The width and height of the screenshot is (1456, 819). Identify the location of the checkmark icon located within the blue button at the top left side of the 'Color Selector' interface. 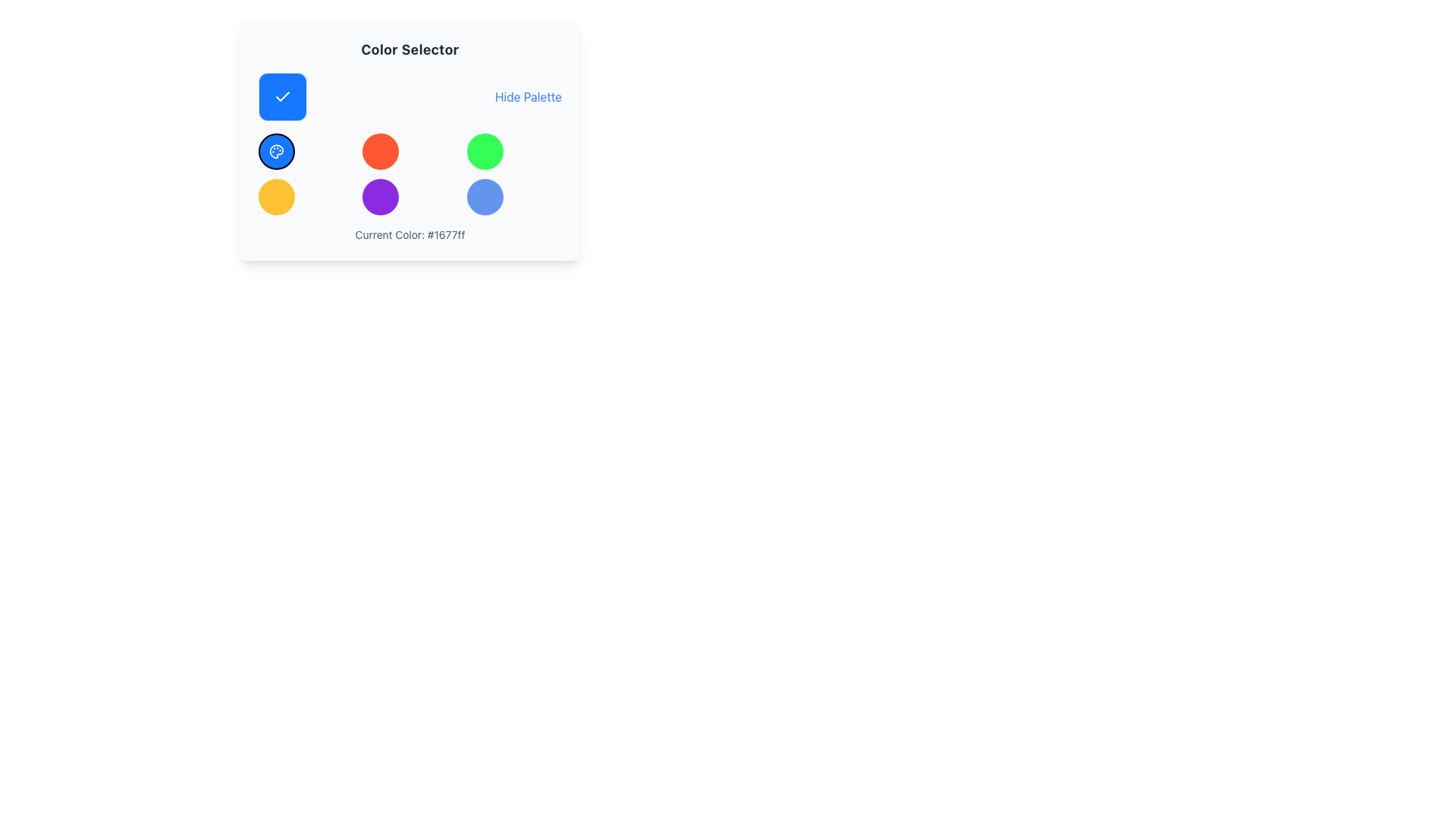
(283, 96).